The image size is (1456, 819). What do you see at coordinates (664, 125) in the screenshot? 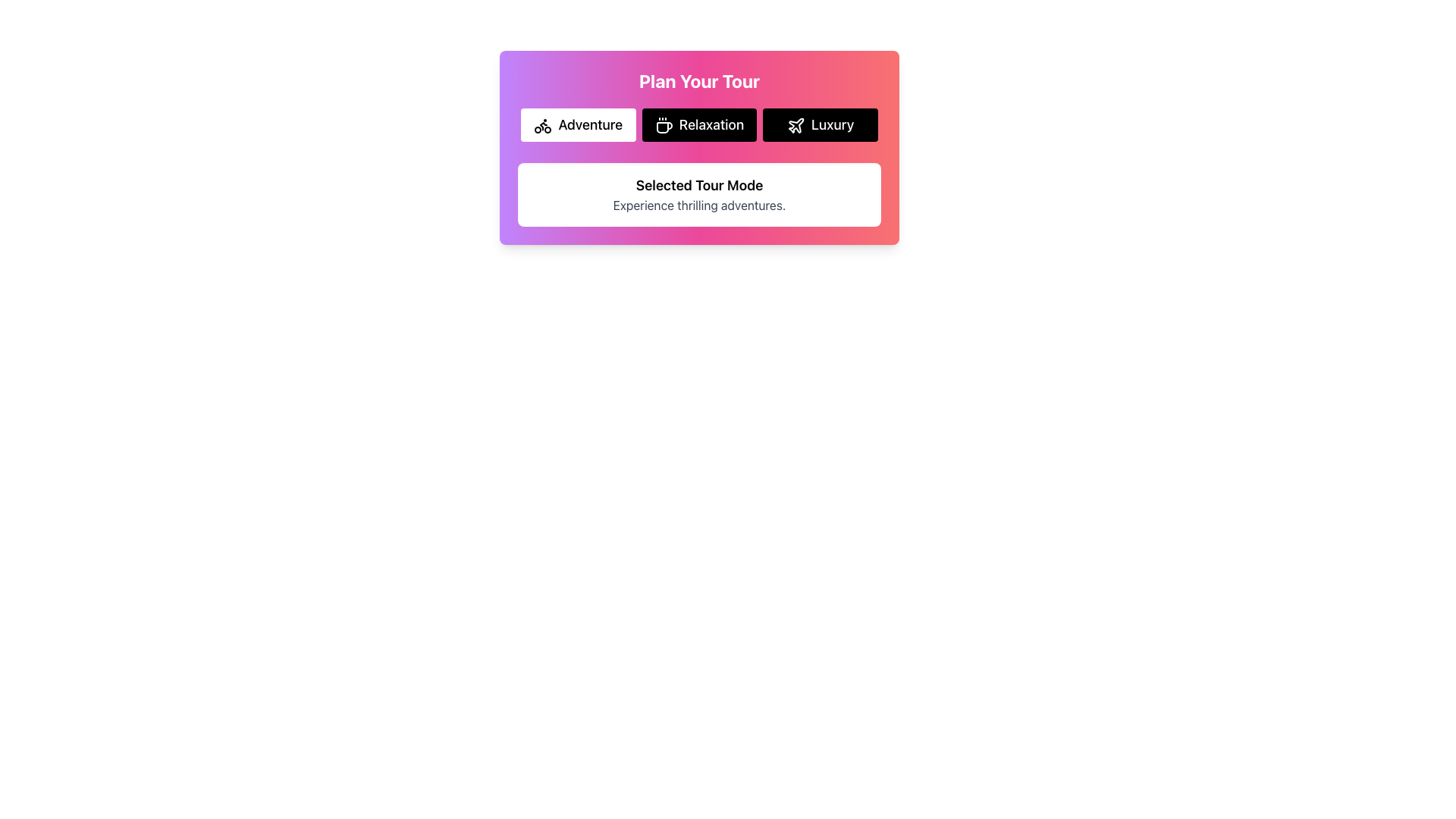
I see `the 'Relaxation' button which contains the coffee cup icon, located centrally under the 'Plan Your Tour' heading` at bounding box center [664, 125].